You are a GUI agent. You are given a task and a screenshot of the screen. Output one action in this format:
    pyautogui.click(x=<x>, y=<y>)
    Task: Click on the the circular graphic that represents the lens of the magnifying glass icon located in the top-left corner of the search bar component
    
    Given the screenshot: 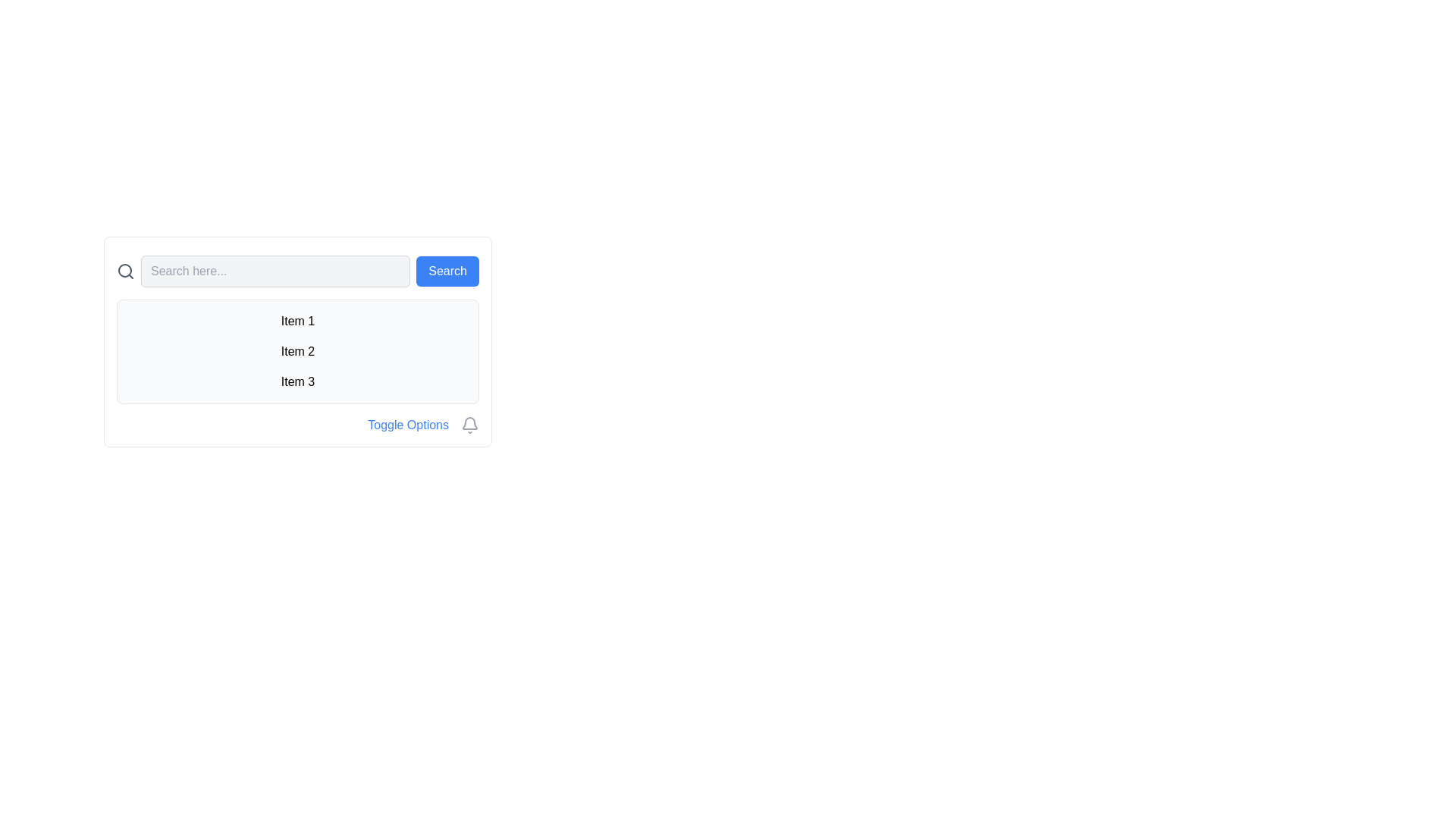 What is the action you would take?
    pyautogui.click(x=124, y=270)
    